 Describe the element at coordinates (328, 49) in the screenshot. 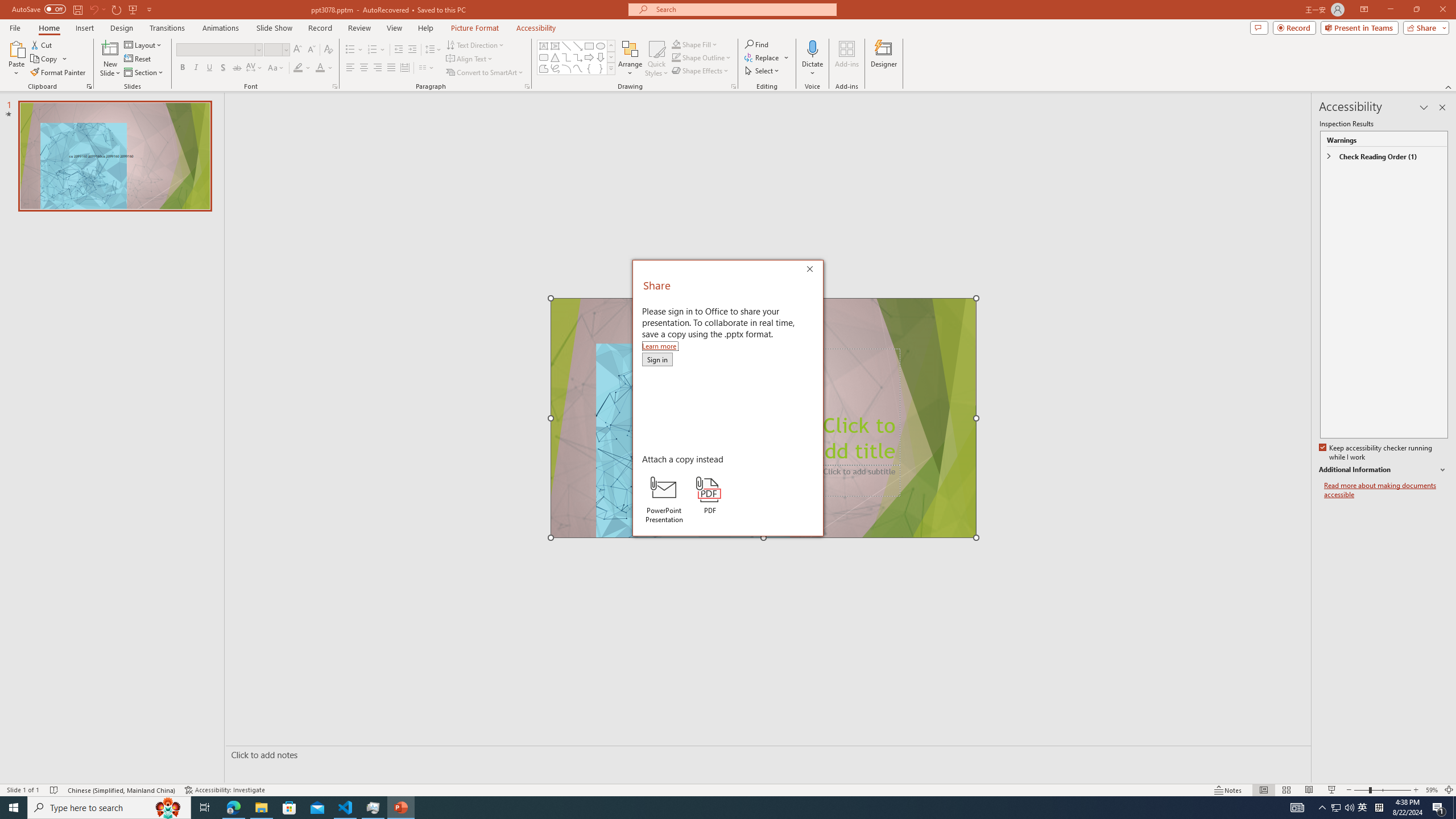

I see `'Clear Formatting'` at that location.